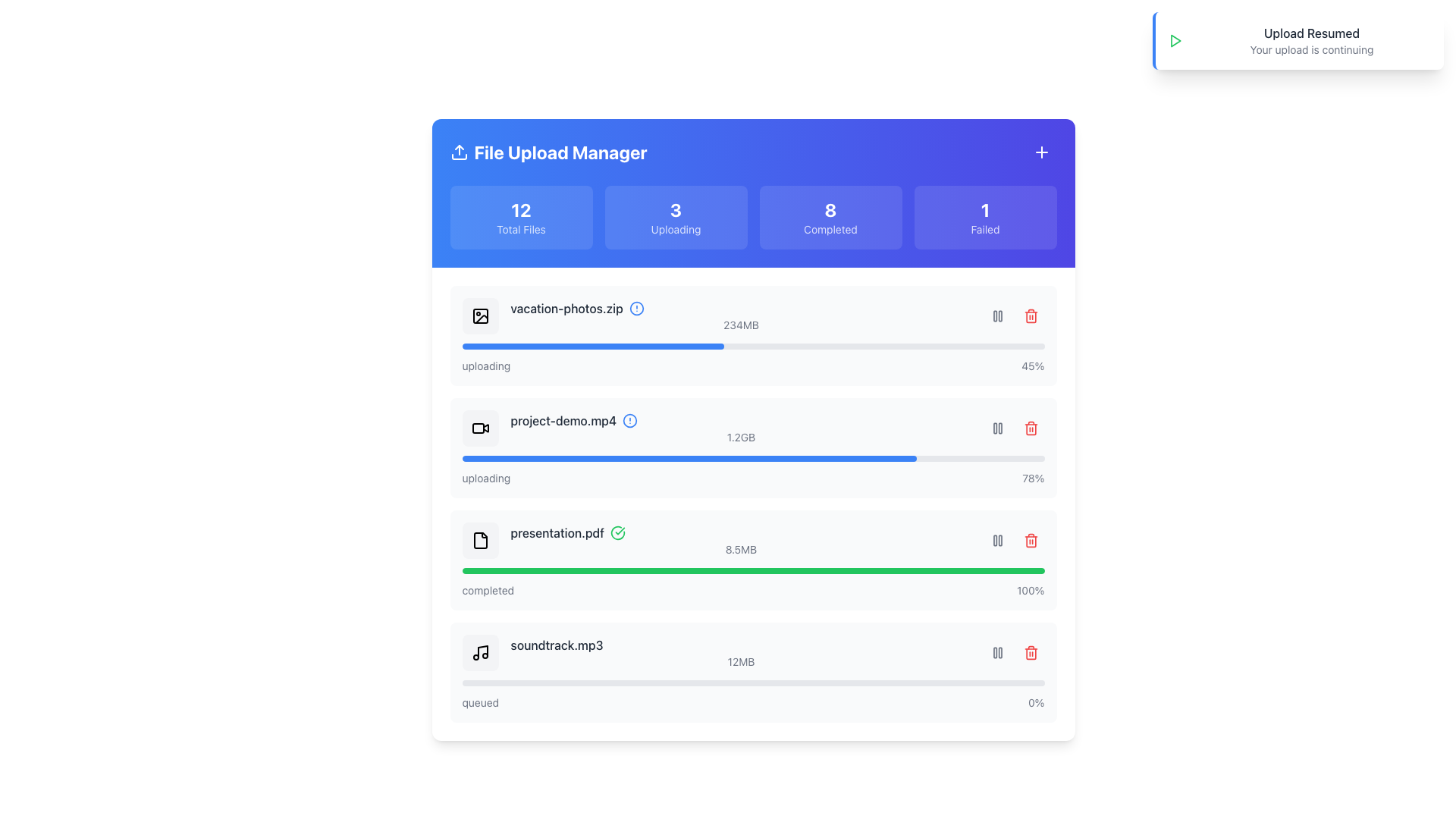 This screenshot has width=1456, height=819. What do you see at coordinates (636, 308) in the screenshot?
I see `the status indicator circle for the file 'vacation-photos.zip', which is located in the first row after the icon and before the file size indicator` at bounding box center [636, 308].